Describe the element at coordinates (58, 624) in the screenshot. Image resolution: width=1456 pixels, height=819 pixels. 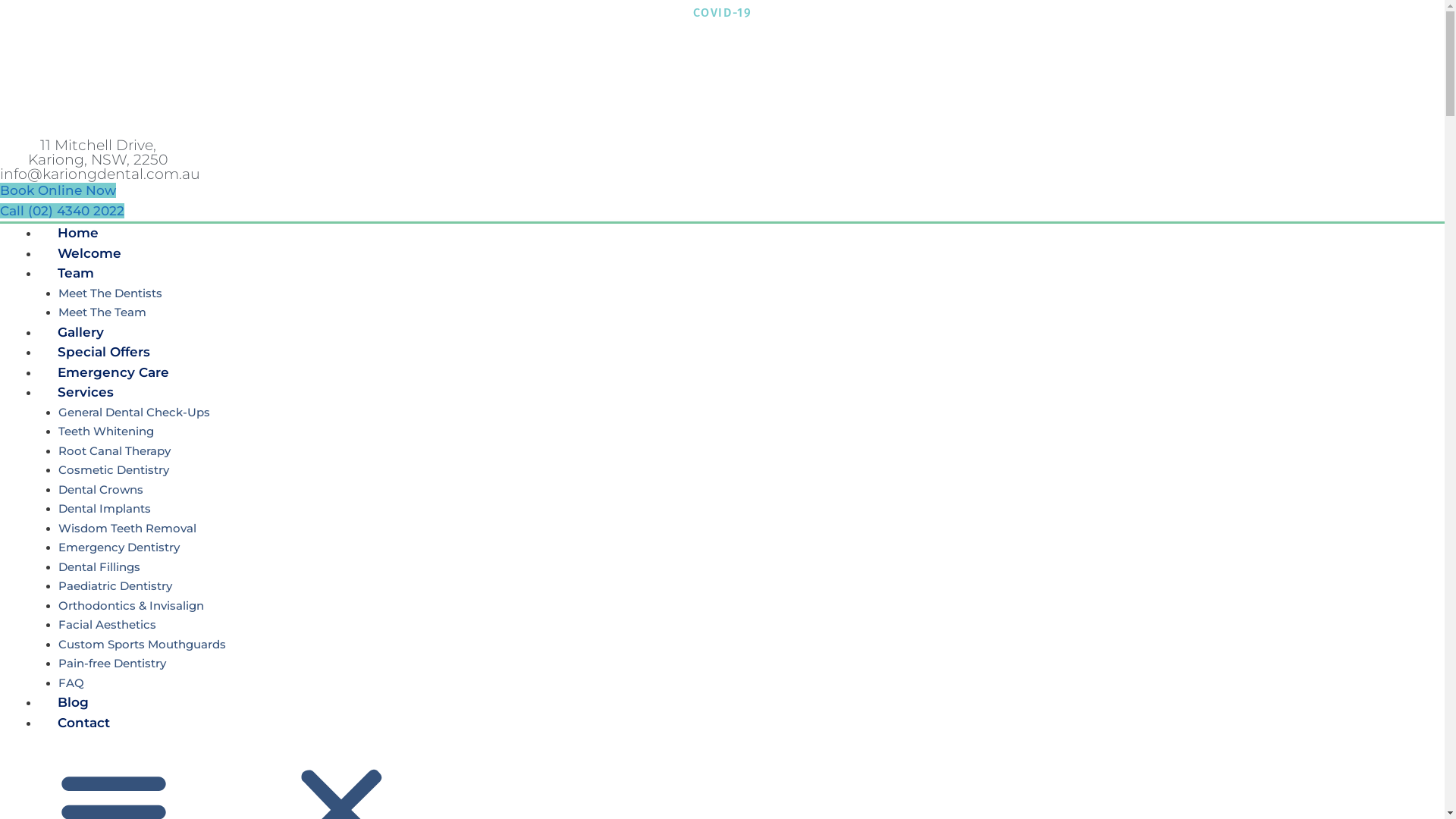
I see `'Facial Aesthetics'` at that location.